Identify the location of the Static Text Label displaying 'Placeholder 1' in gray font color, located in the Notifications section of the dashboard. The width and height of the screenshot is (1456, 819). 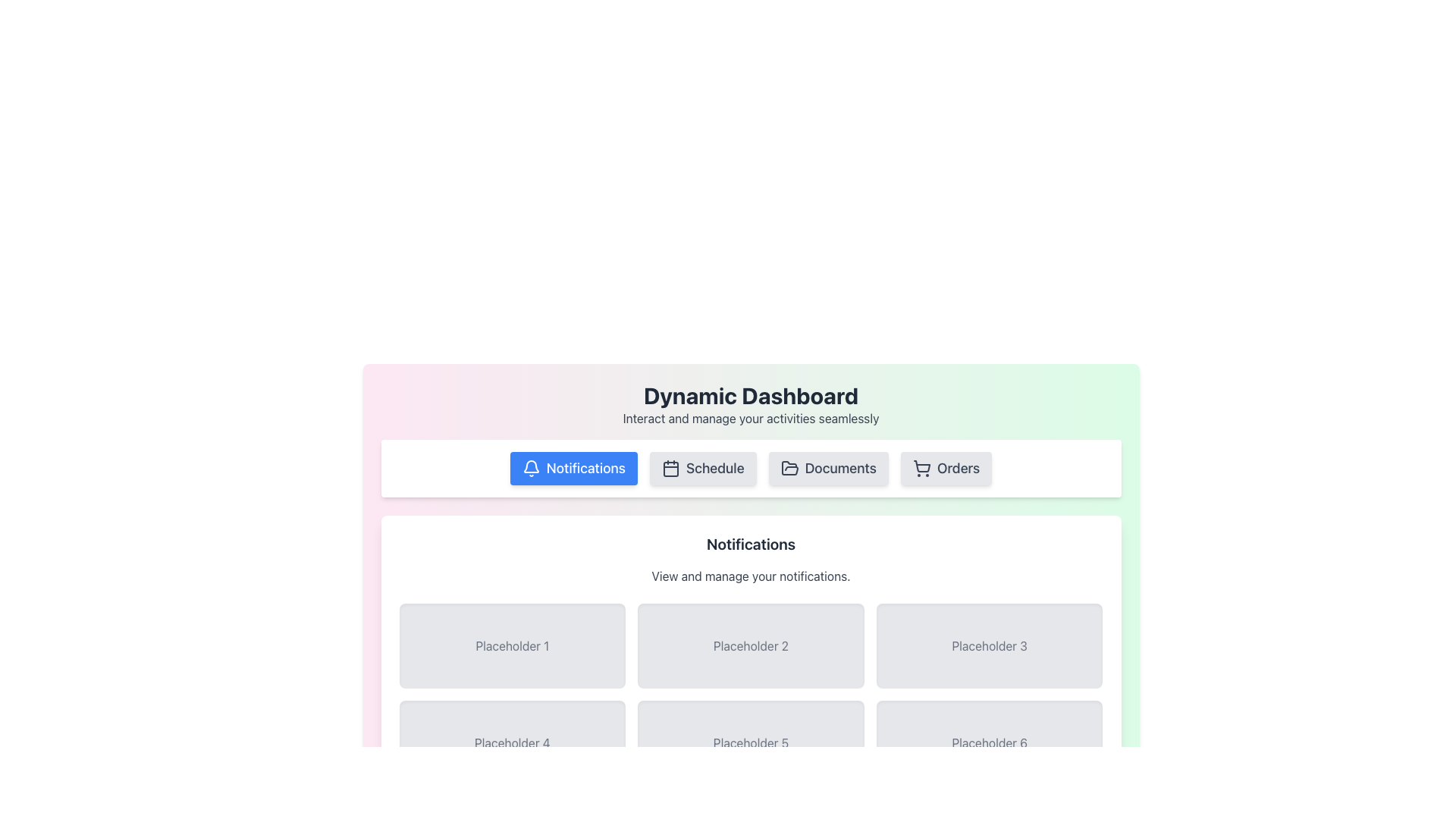
(512, 646).